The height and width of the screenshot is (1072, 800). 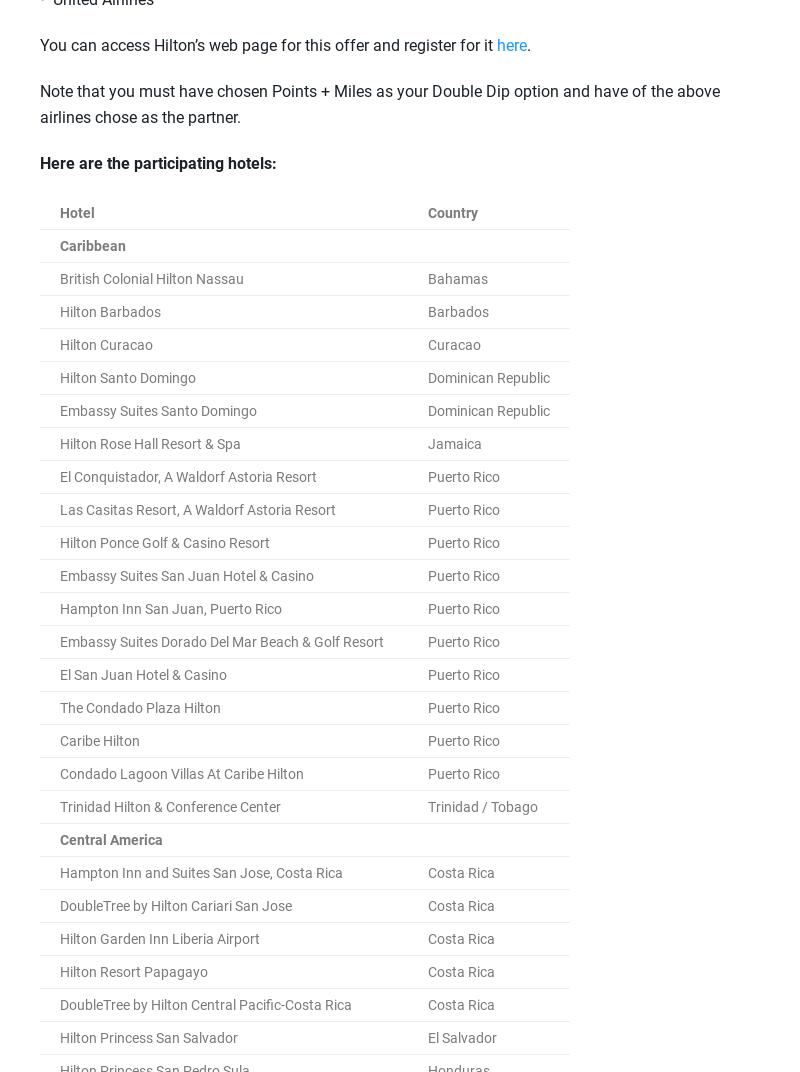 What do you see at coordinates (59, 410) in the screenshot?
I see `'Embassy Suites Santo Domingo'` at bounding box center [59, 410].